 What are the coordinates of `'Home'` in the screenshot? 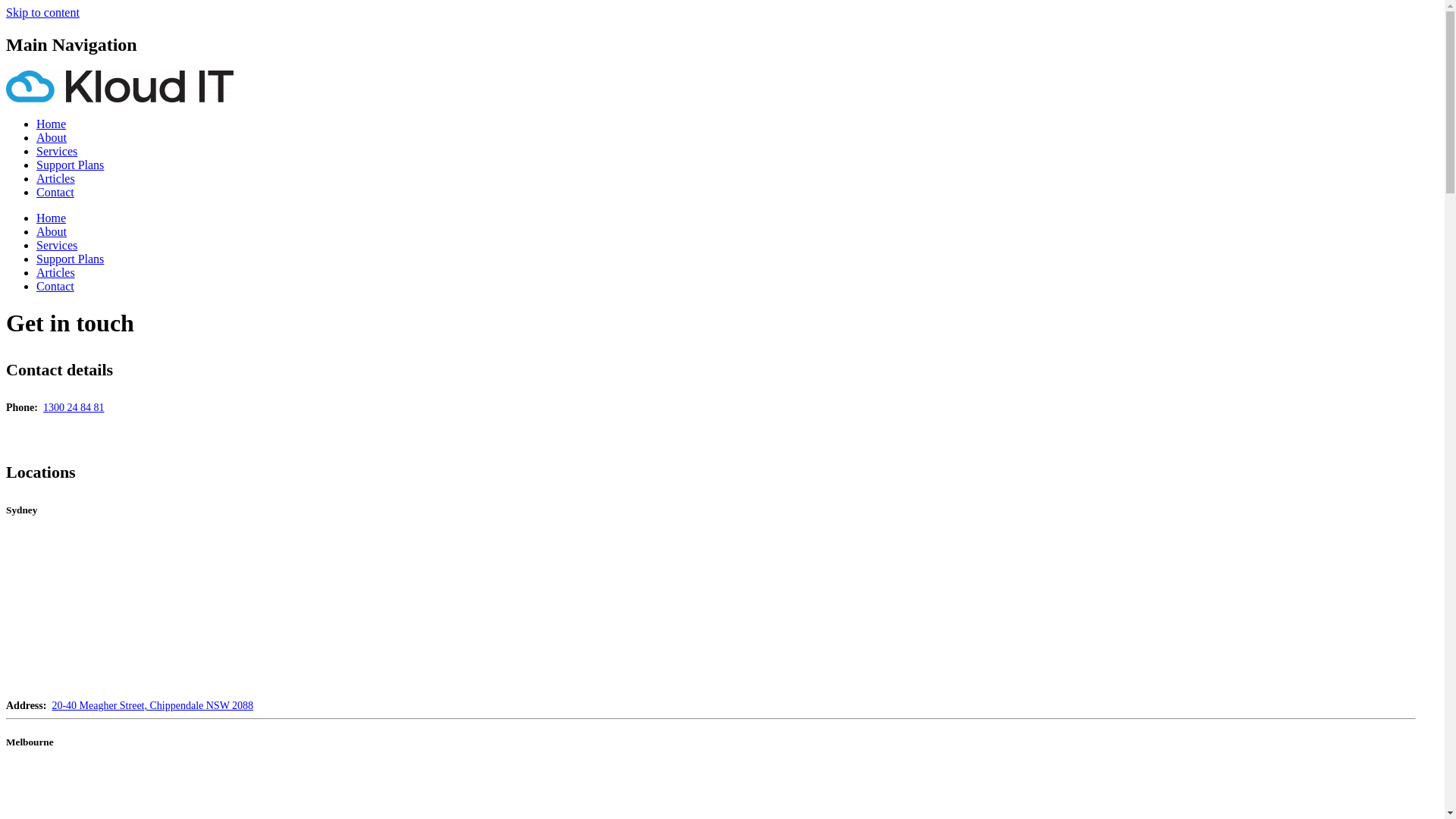 It's located at (51, 123).